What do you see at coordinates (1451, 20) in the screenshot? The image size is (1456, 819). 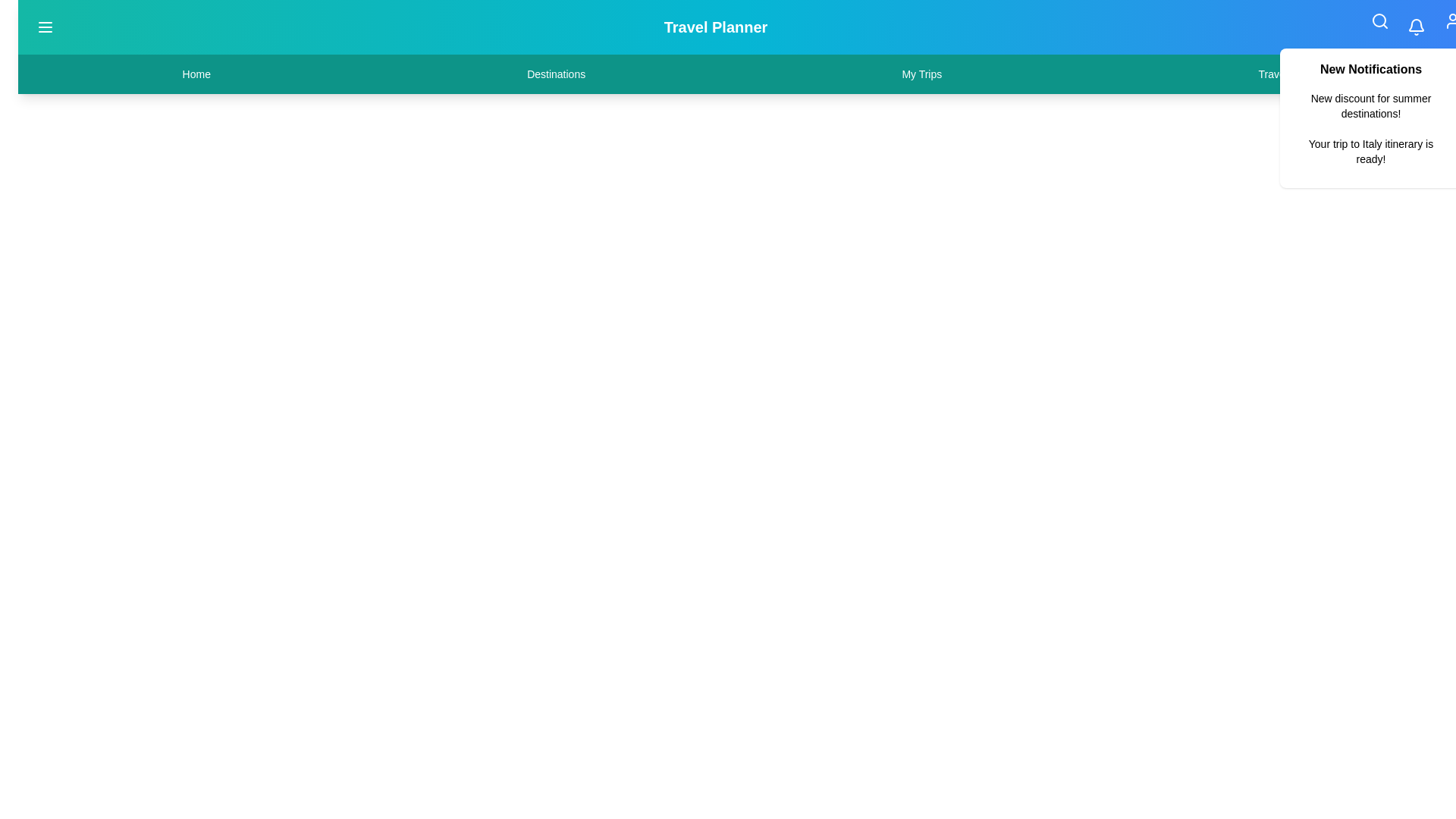 I see `the user profile icon` at bounding box center [1451, 20].